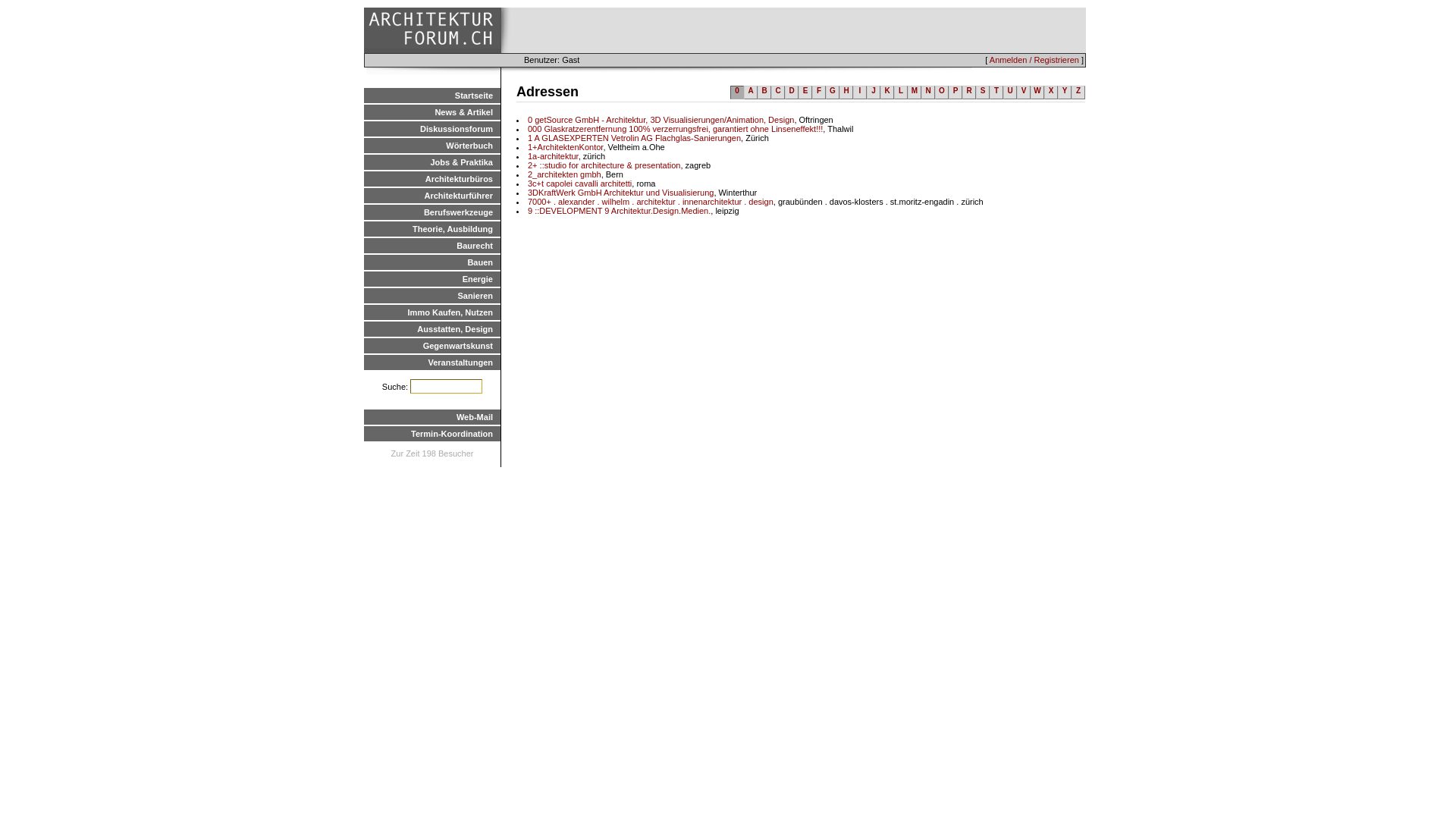  What do you see at coordinates (431, 328) in the screenshot?
I see `'Ausstatten, Design'` at bounding box center [431, 328].